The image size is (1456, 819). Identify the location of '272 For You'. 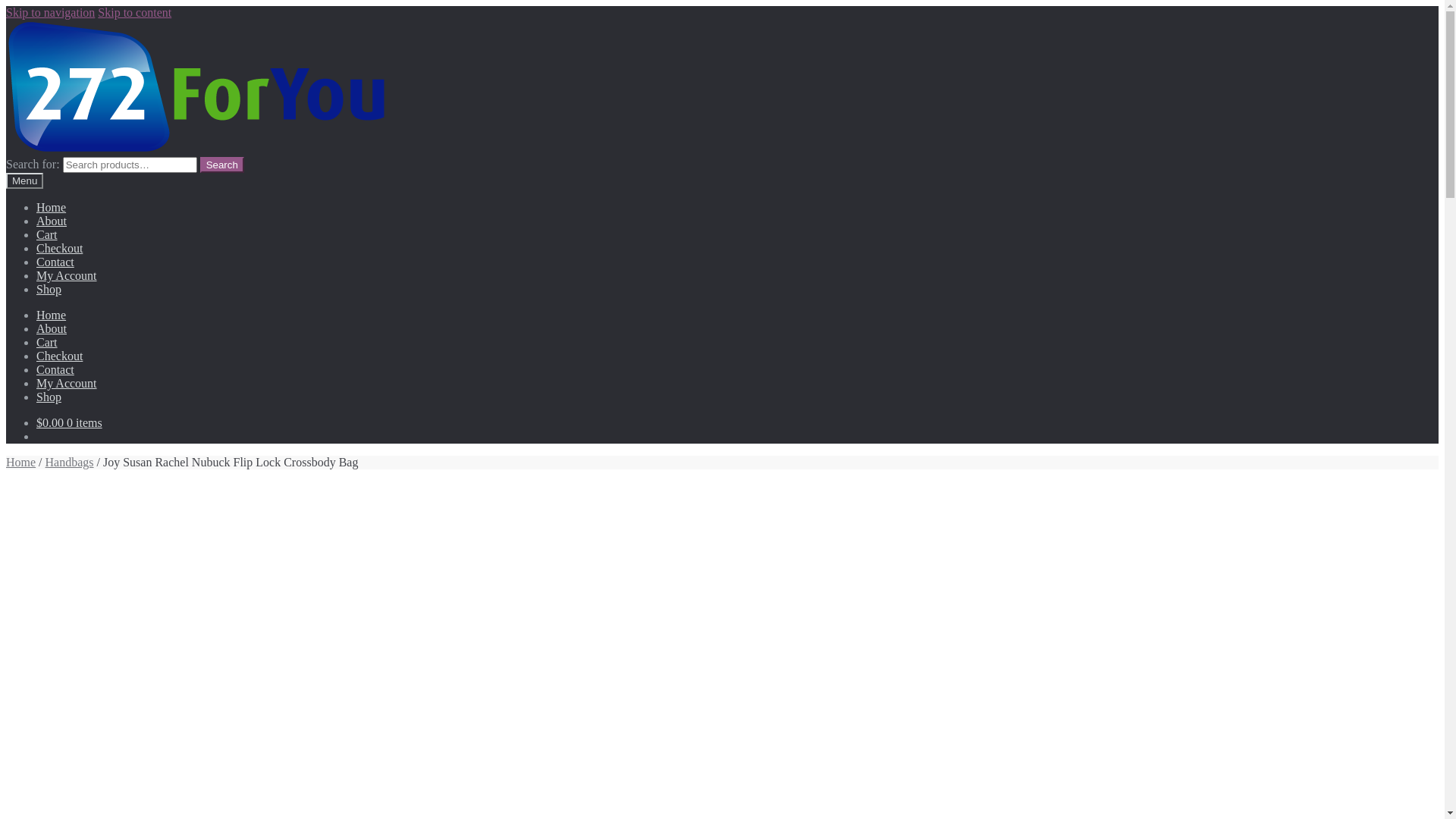
(196, 86).